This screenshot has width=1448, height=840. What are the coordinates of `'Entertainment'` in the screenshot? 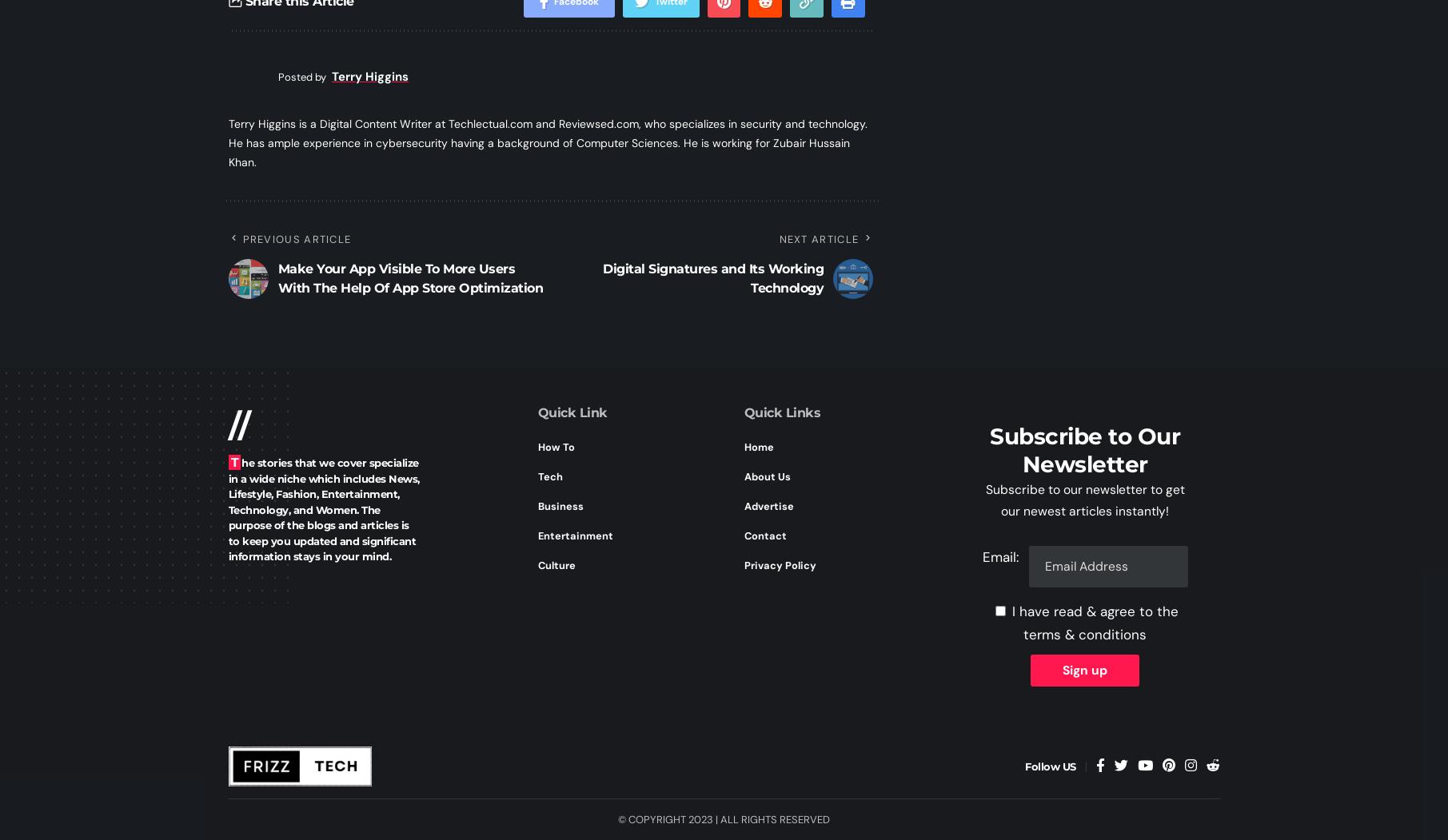 It's located at (573, 535).